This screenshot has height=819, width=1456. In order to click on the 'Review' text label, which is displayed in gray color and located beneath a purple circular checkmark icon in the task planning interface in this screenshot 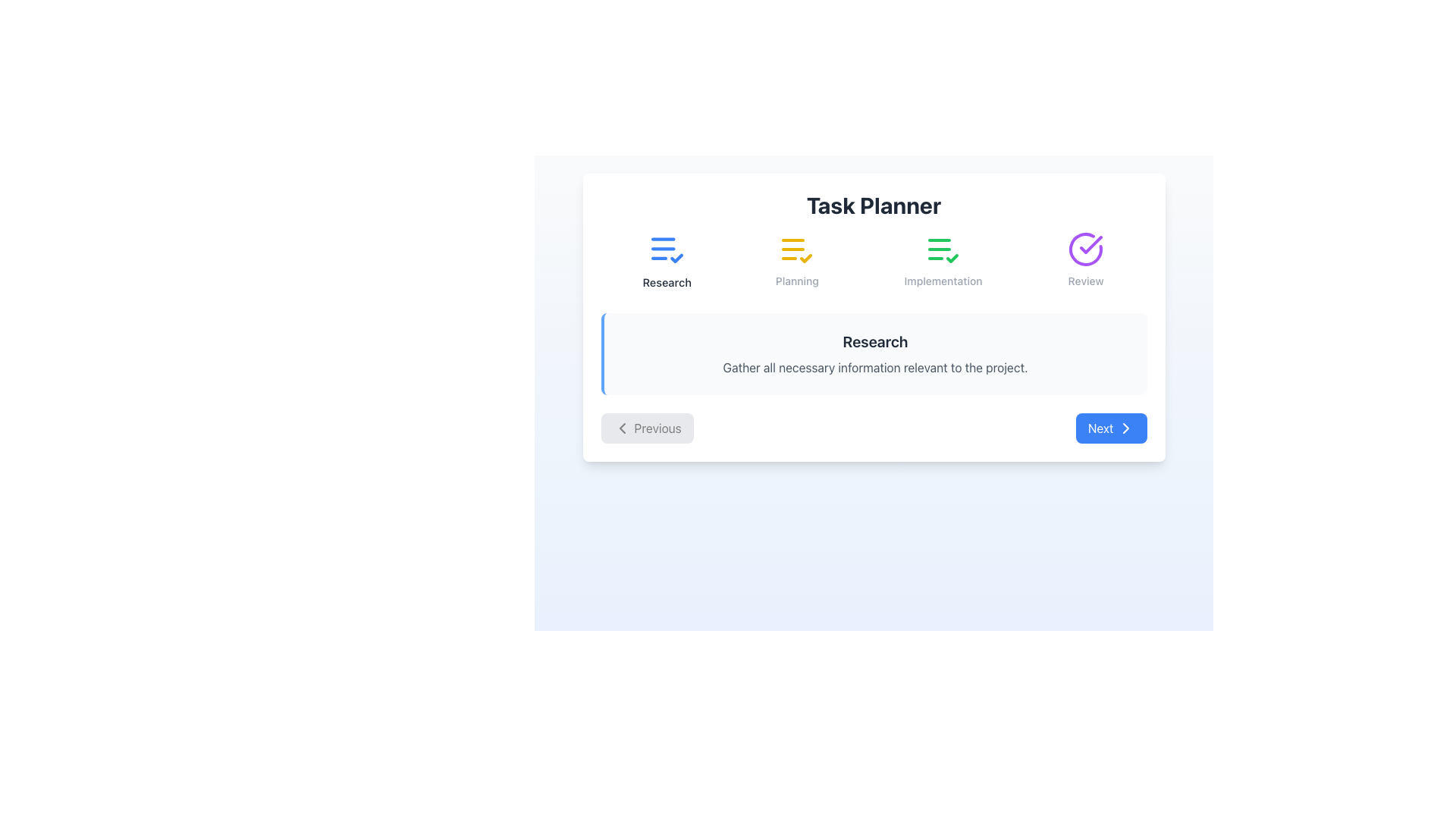, I will do `click(1085, 281)`.